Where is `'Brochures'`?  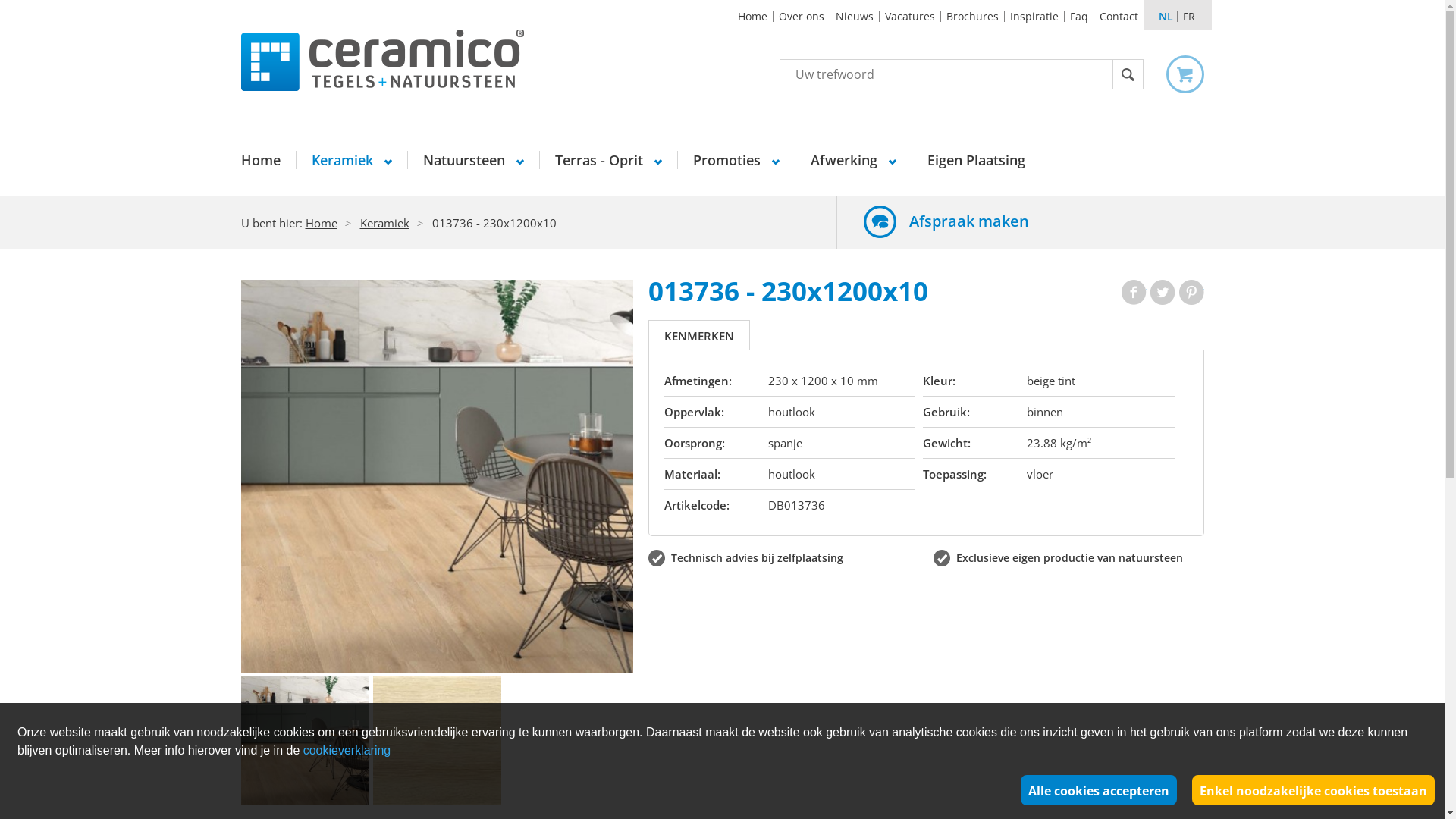
'Brochures' is located at coordinates (971, 16).